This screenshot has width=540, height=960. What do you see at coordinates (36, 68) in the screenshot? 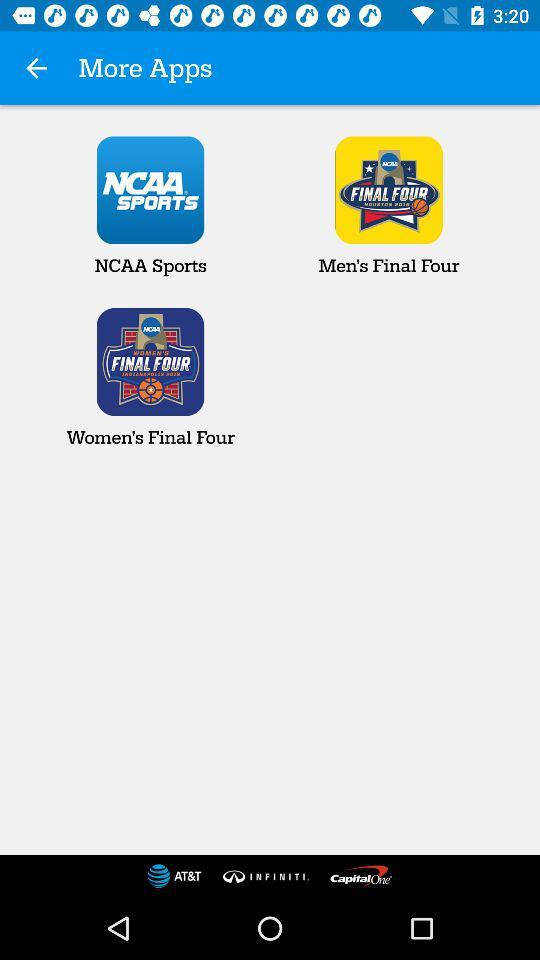
I see `app to the left of more apps item` at bounding box center [36, 68].